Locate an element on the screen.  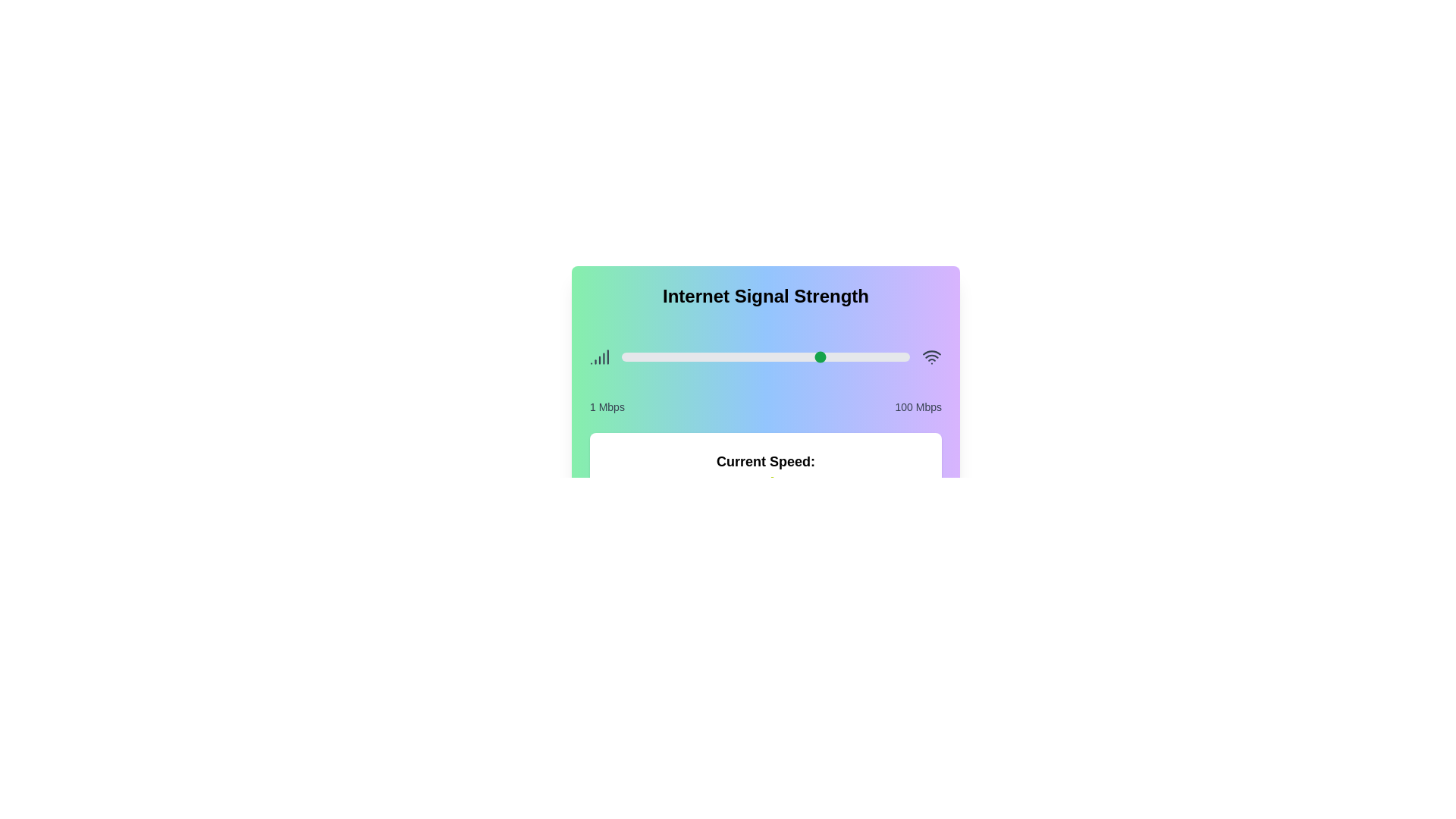
the slider to set the signal strength to 25 Mbps is located at coordinates (691, 356).